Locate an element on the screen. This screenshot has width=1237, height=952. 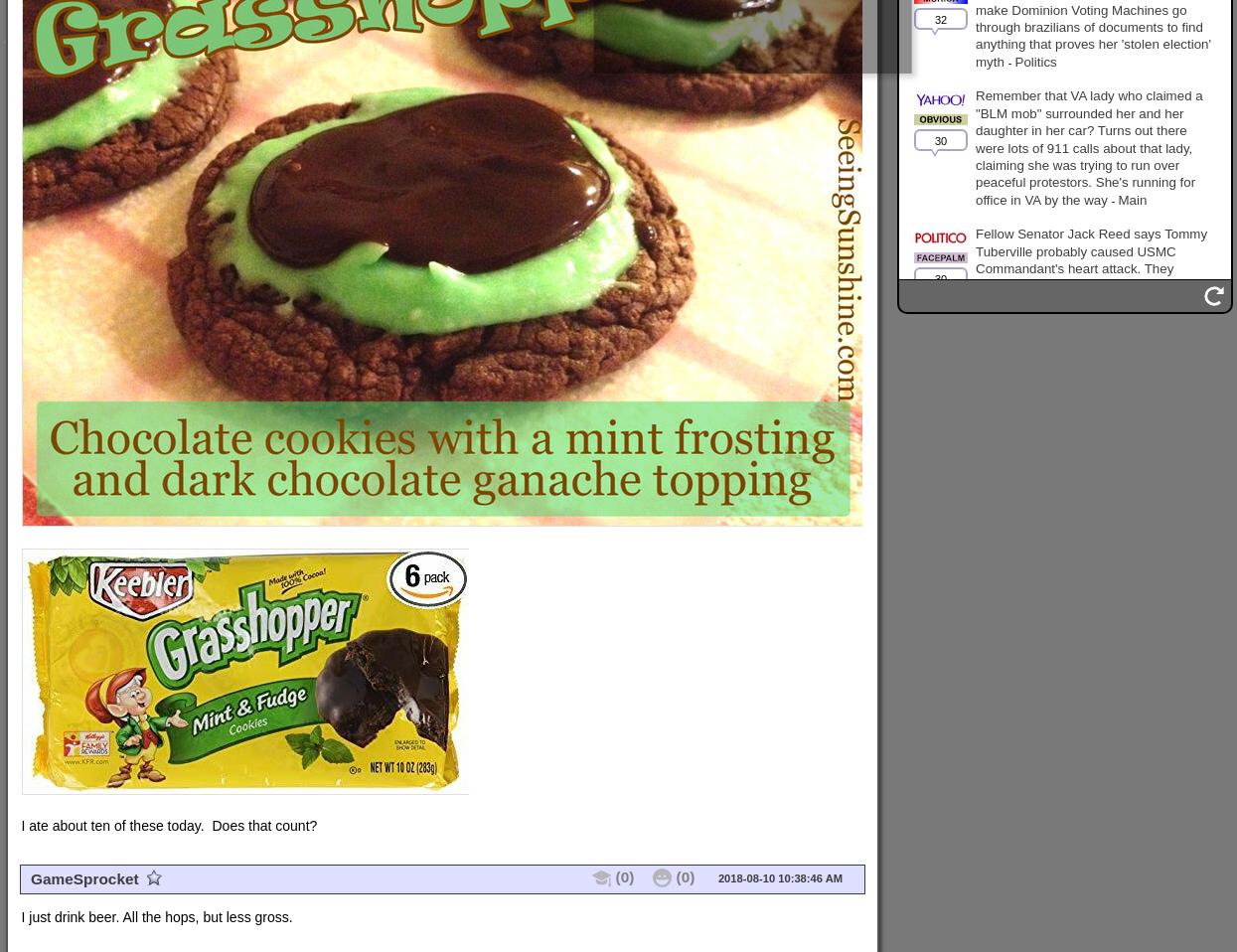
'I just drink beer. All the hops, but less gross.' is located at coordinates (156, 917).